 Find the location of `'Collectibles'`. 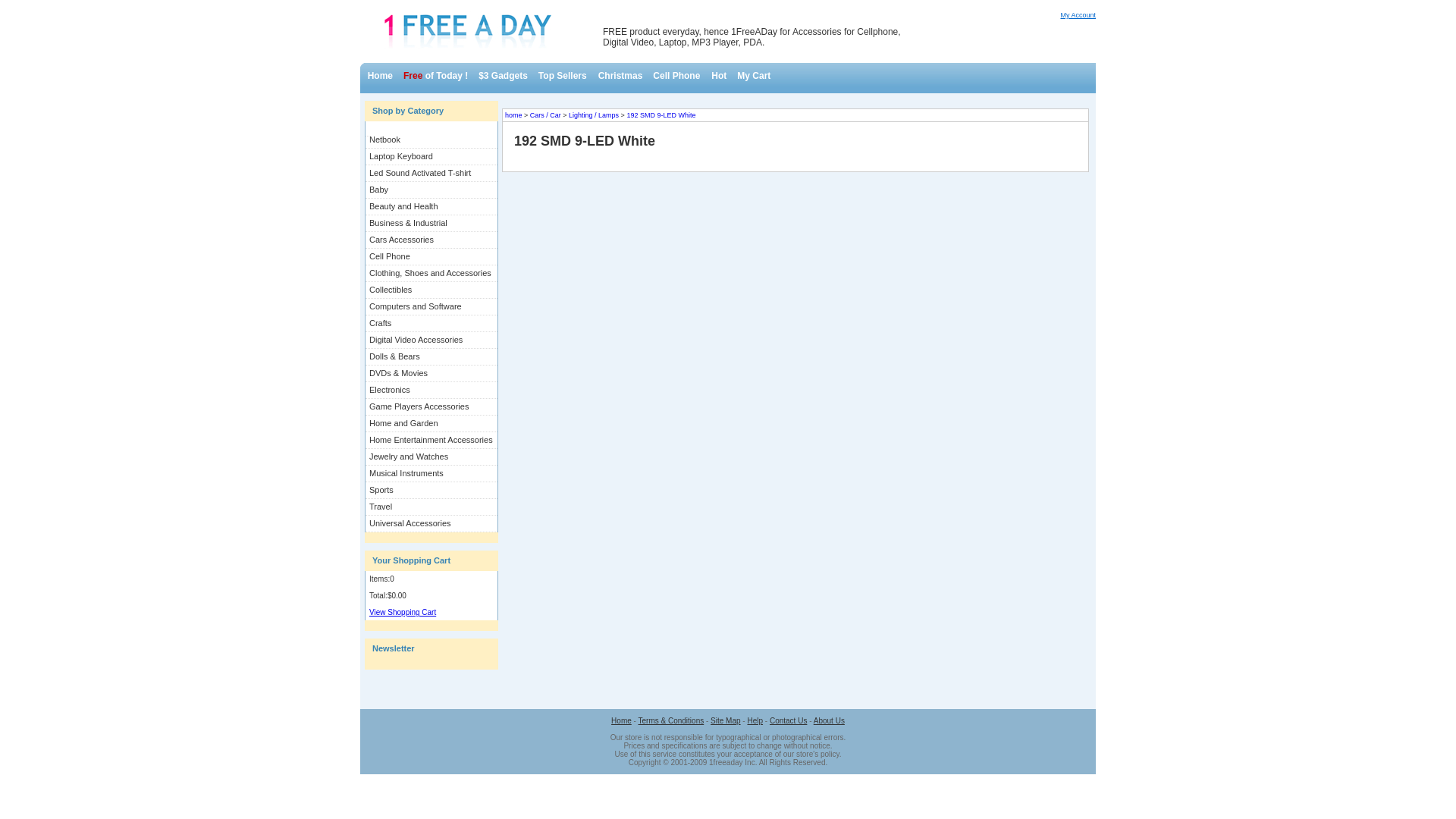

'Collectibles' is located at coordinates (369, 289).